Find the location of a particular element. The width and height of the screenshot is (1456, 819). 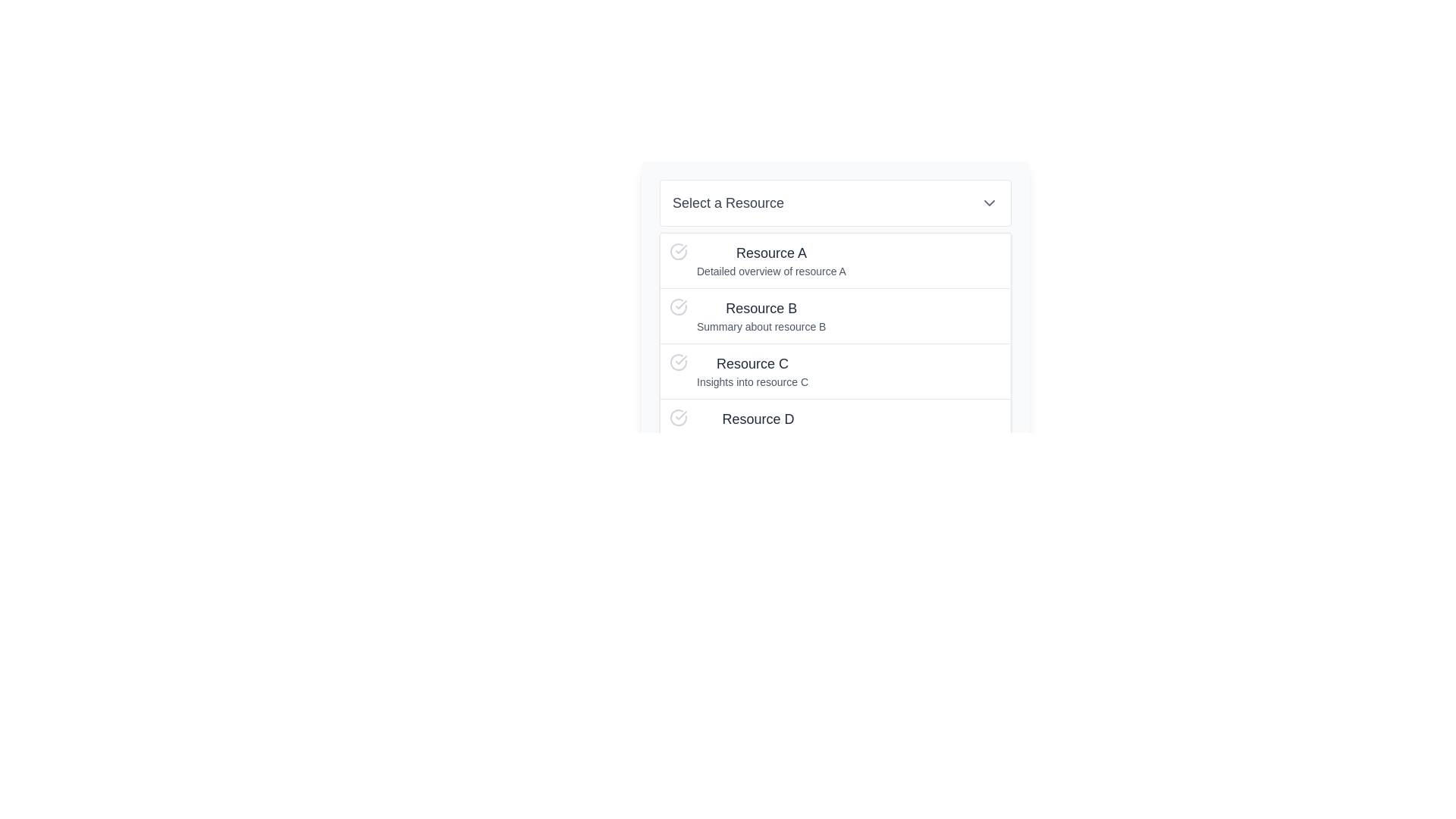

the icon that serves as a visual indicator for 'Resource C', positioned to the left of the labels 'Resource C' and 'Insights into resource C' is located at coordinates (677, 362).